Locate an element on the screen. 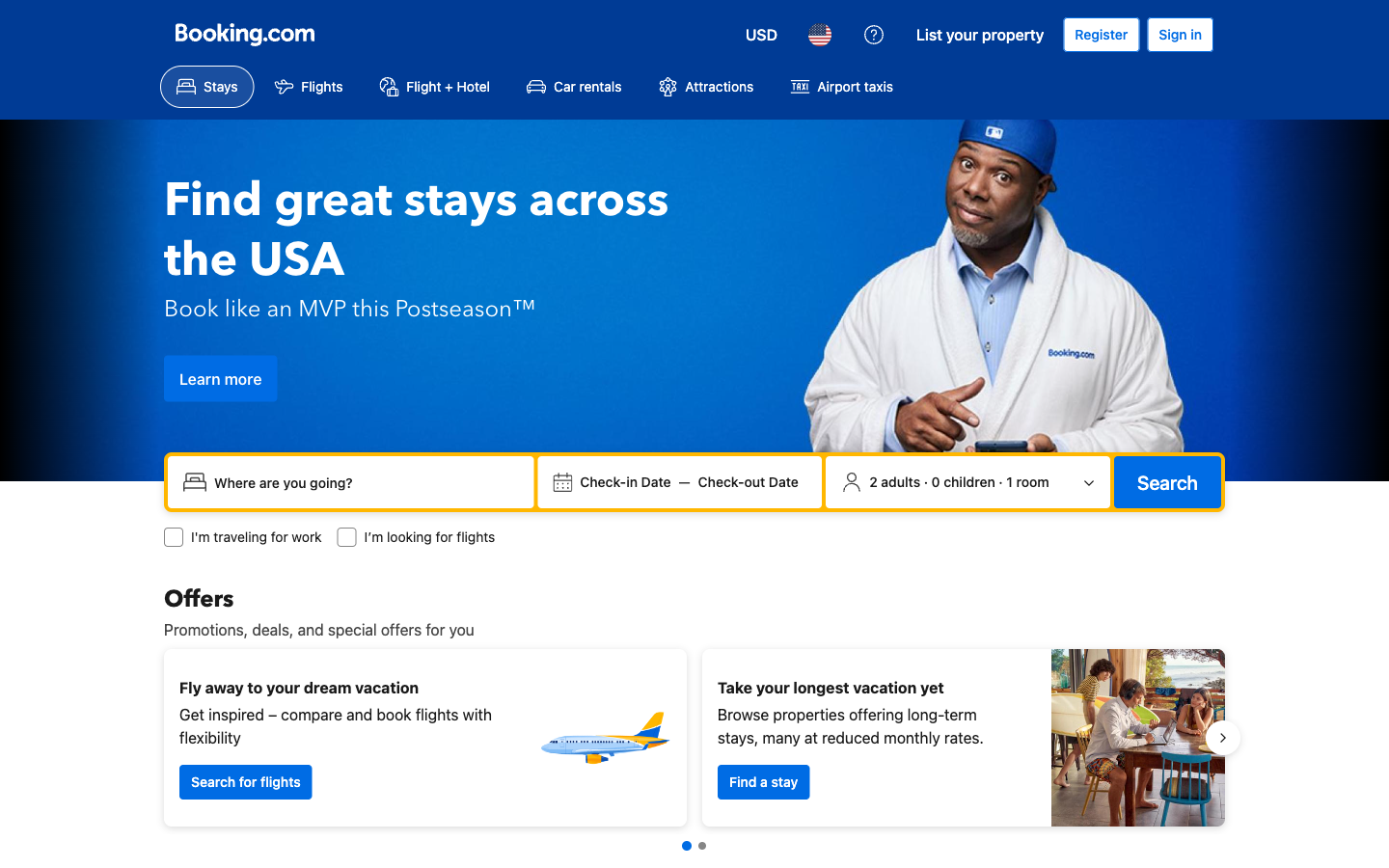  Check the available check in dates using the check in Data button is located at coordinates (624, 481).